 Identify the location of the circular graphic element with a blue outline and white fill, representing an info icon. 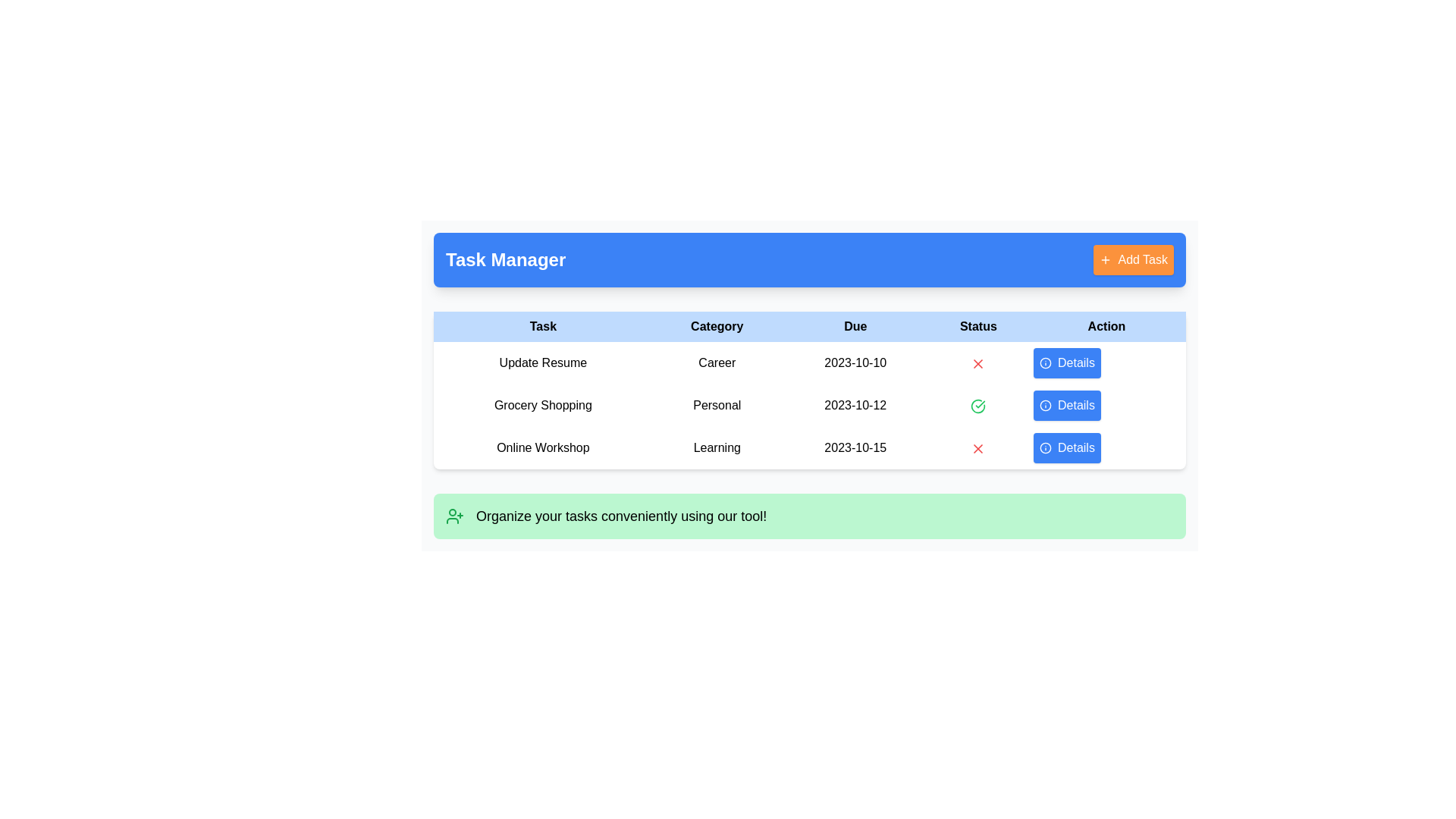
(1044, 447).